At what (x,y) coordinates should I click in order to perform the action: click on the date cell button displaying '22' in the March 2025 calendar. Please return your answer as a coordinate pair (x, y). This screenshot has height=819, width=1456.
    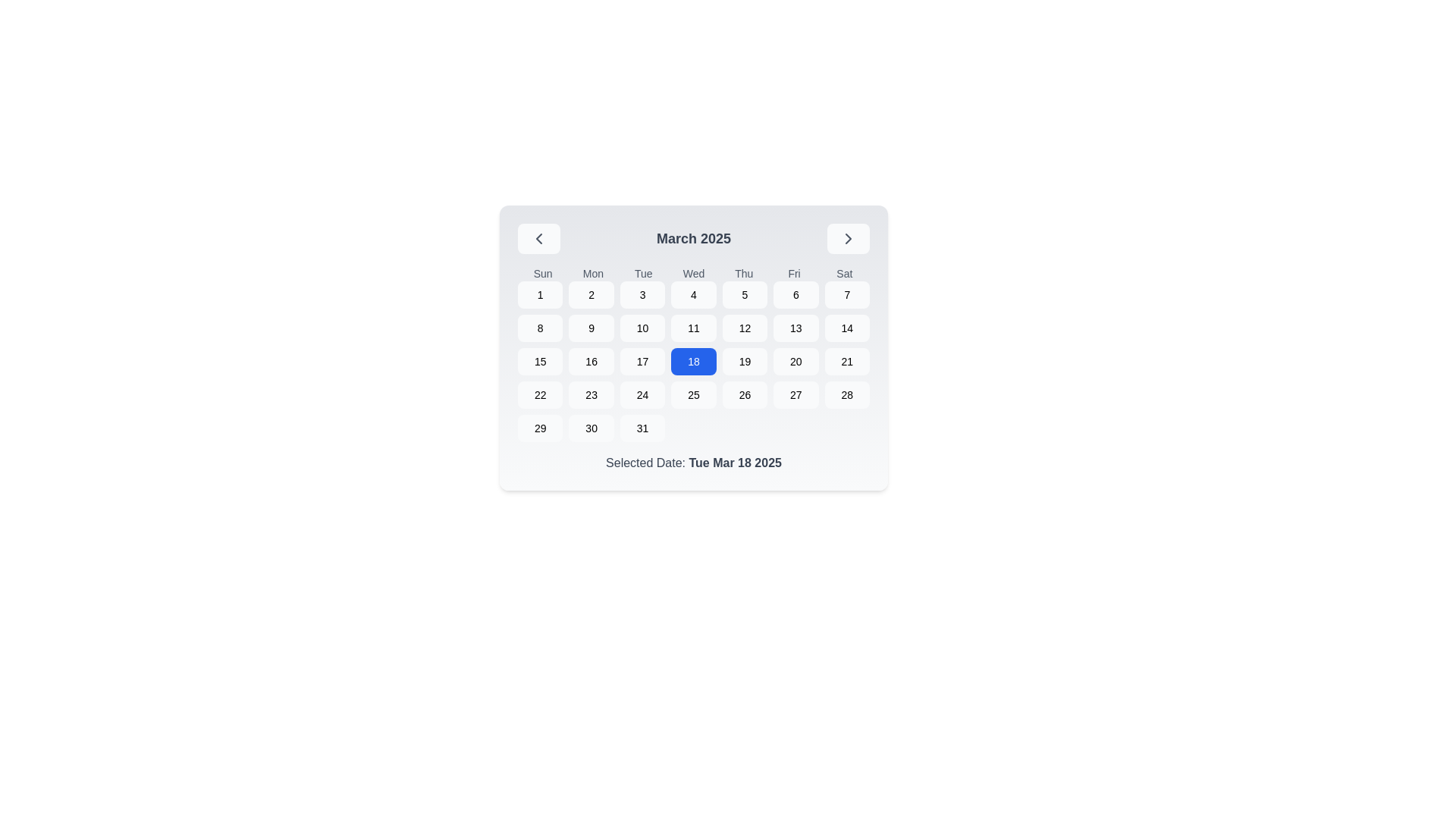
    Looking at the image, I should click on (540, 394).